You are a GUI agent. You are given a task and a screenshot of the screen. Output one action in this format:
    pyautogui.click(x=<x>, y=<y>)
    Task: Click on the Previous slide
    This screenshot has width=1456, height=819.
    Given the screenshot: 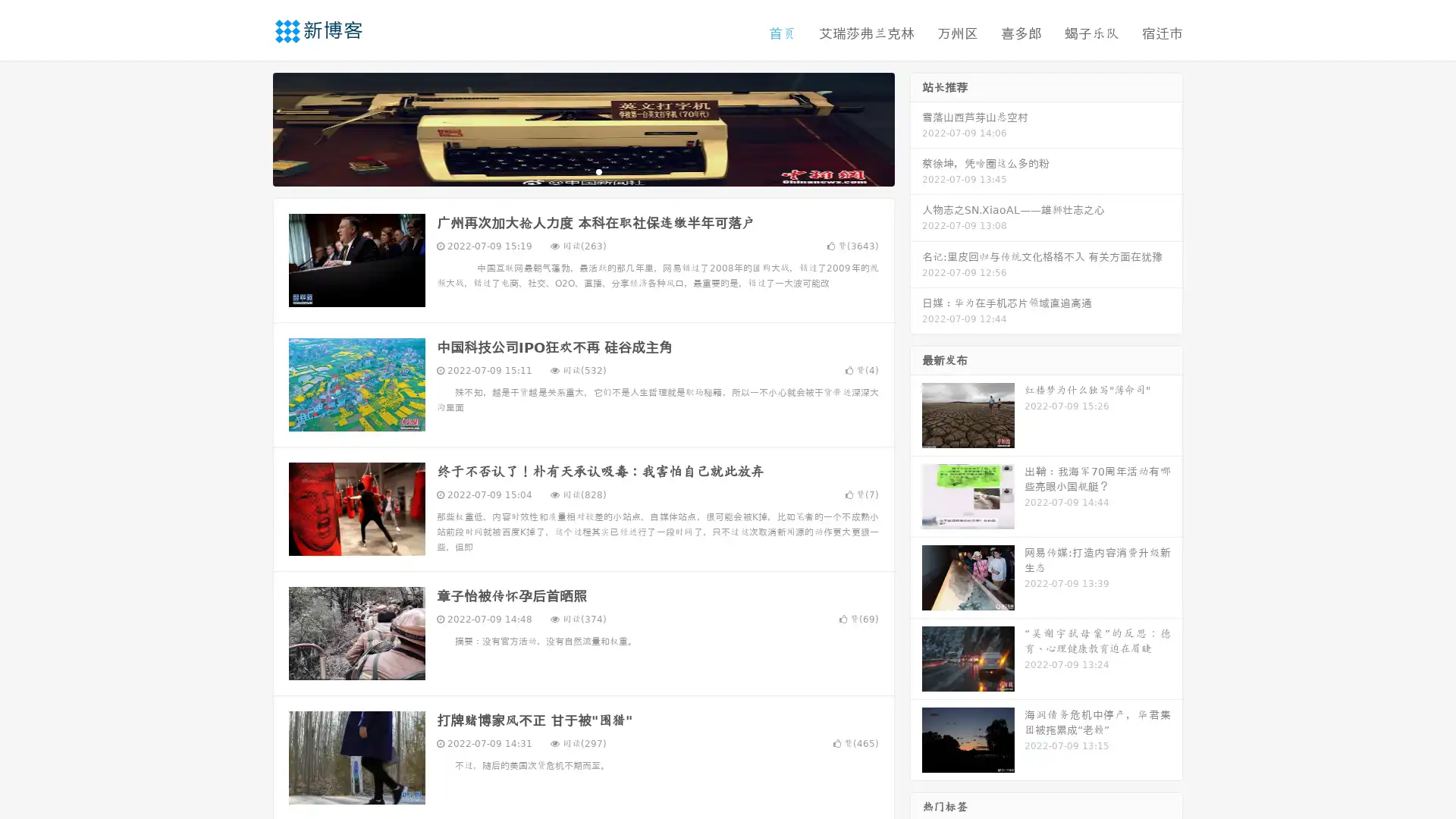 What is the action you would take?
    pyautogui.click(x=250, y=127)
    